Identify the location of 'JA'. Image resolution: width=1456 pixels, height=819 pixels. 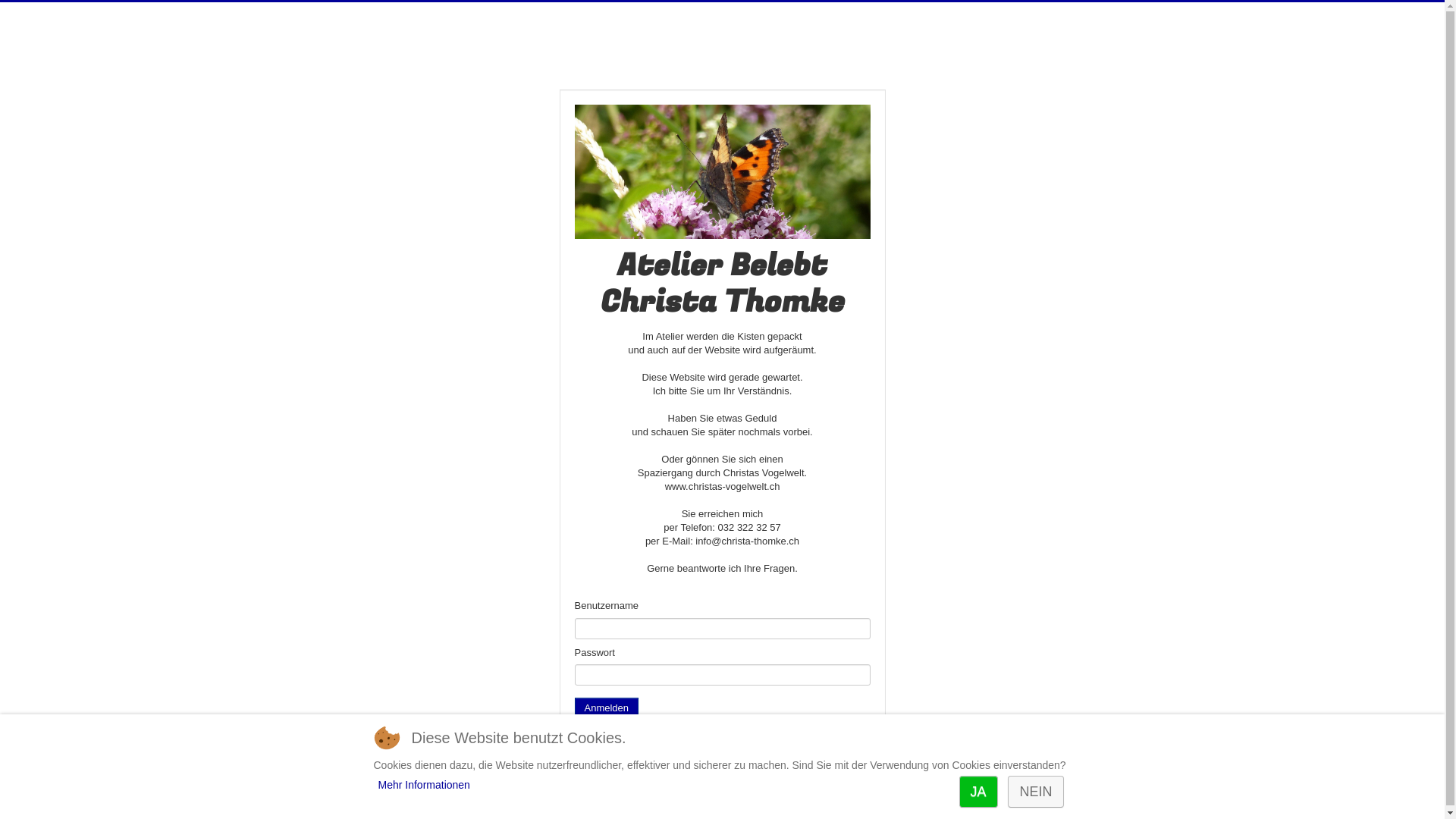
(978, 791).